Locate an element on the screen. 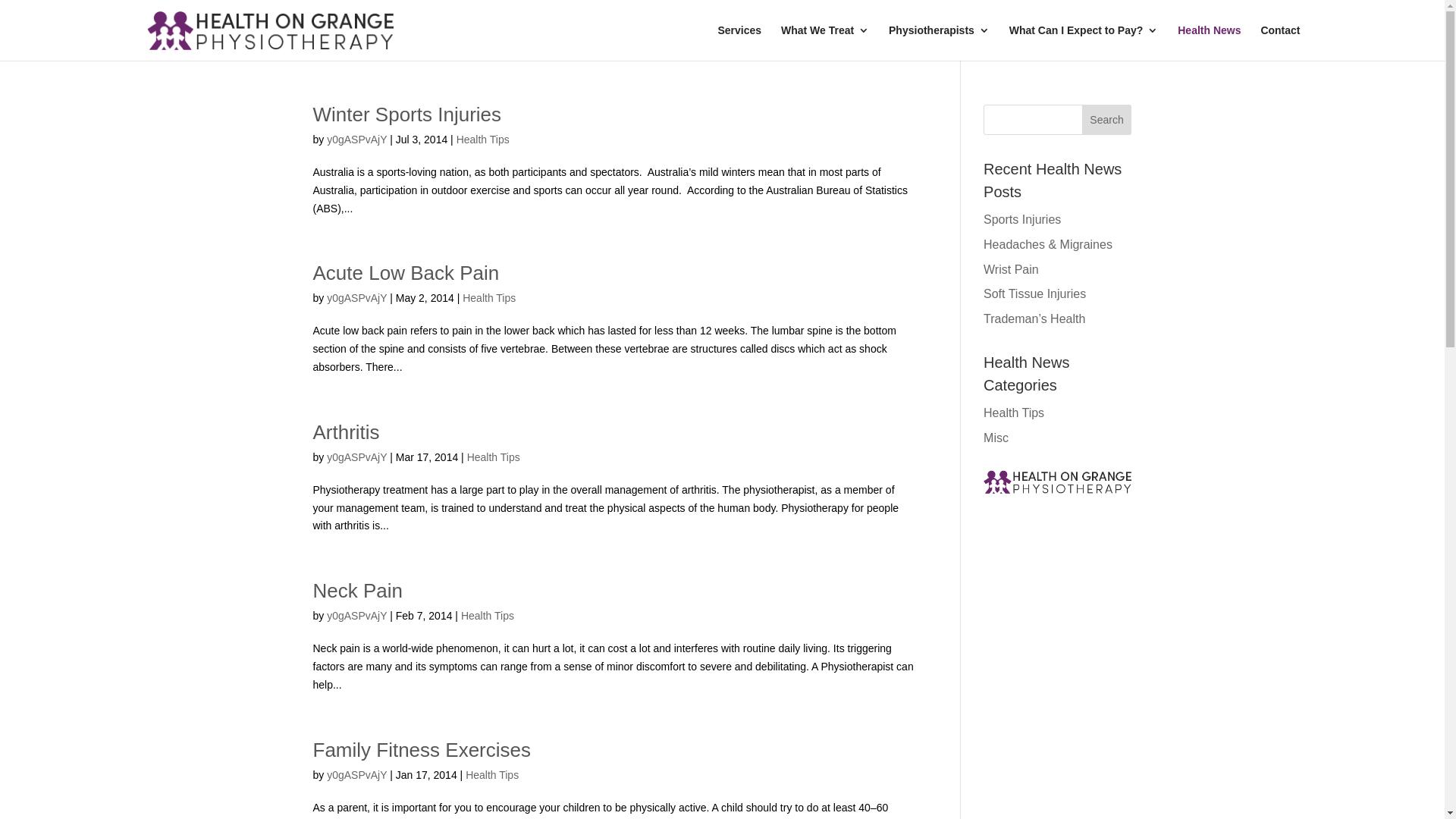  'Winter Sports Injuries' is located at coordinates (406, 113).